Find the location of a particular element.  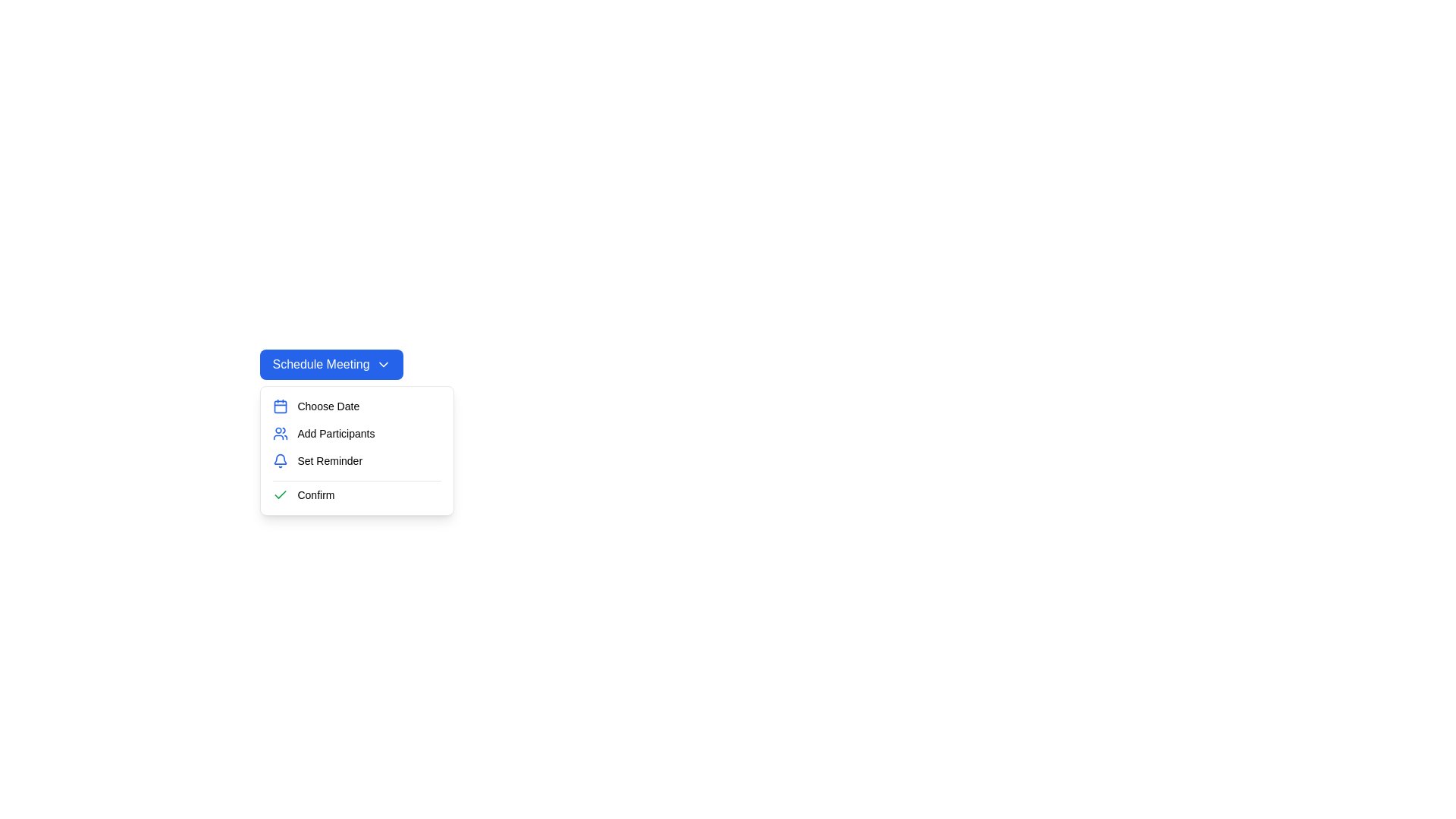

the decorative rectangle that visually represents the background of the 'Choose Date' calendar icon in the dropdown menu is located at coordinates (281, 406).